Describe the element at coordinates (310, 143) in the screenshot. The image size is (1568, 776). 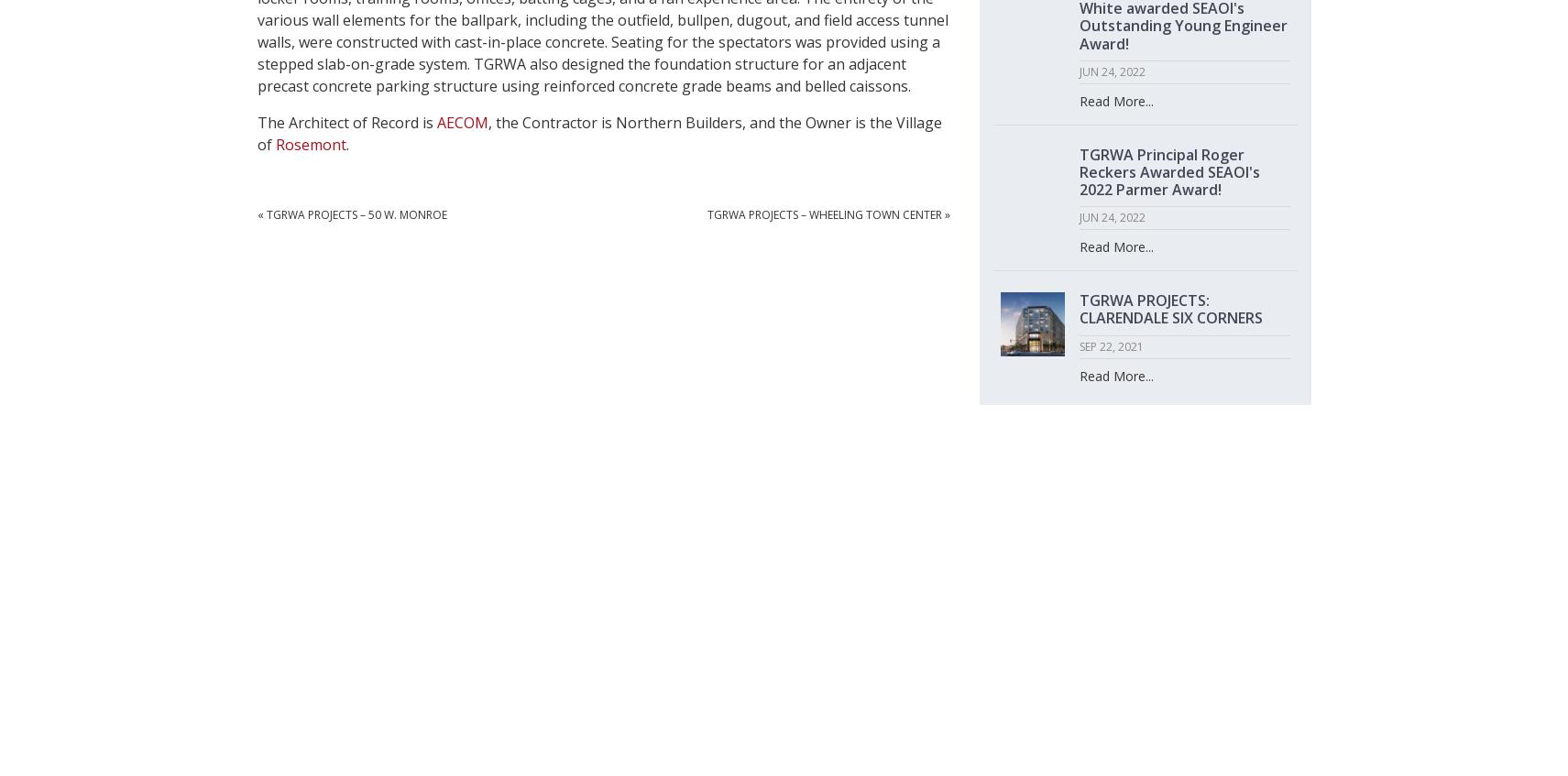
I see `'Rosemont'` at that location.